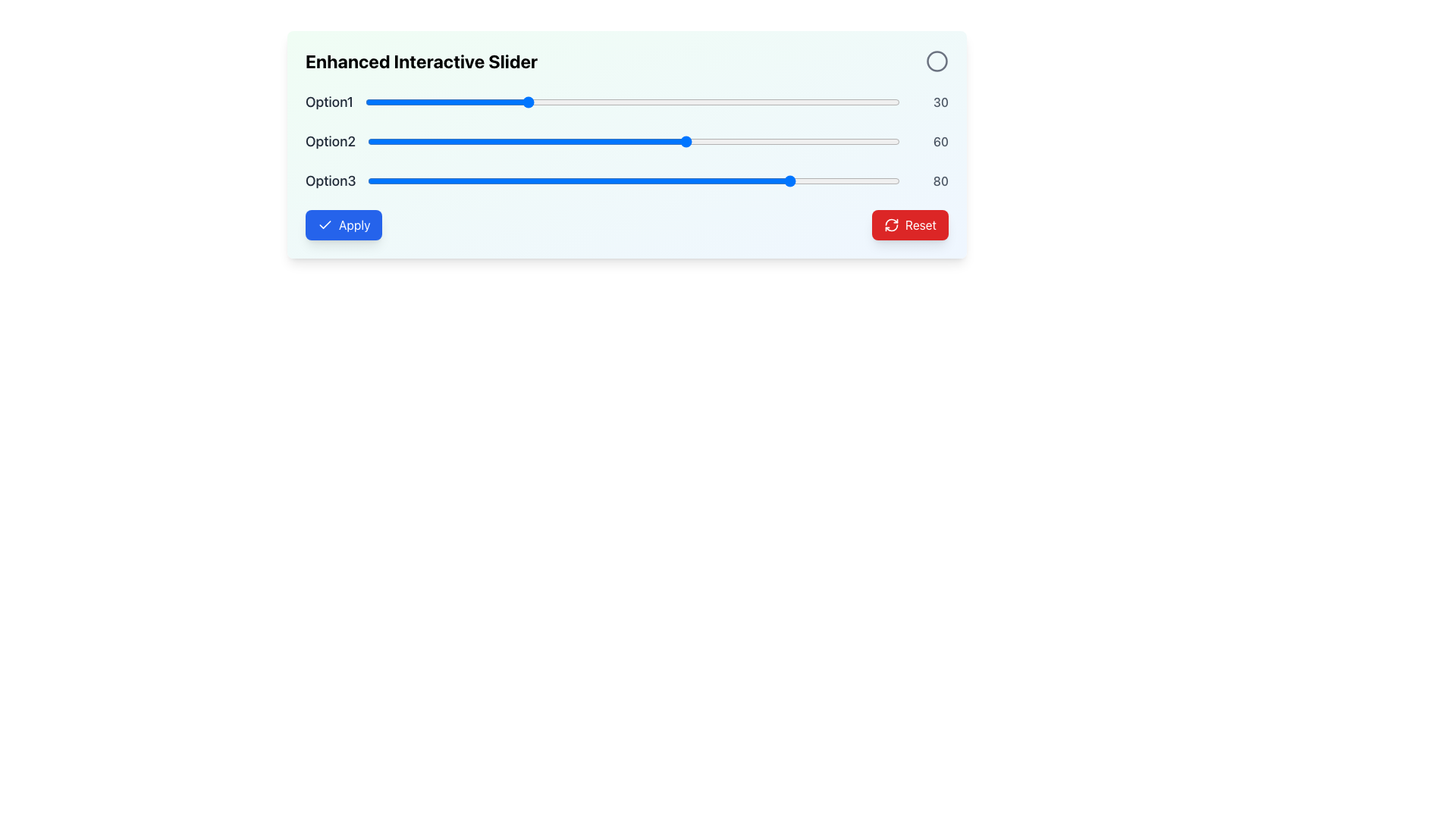  I want to click on the thumb control of the Range slider, which is located in the second row labeled 'Option2', so click(633, 141).